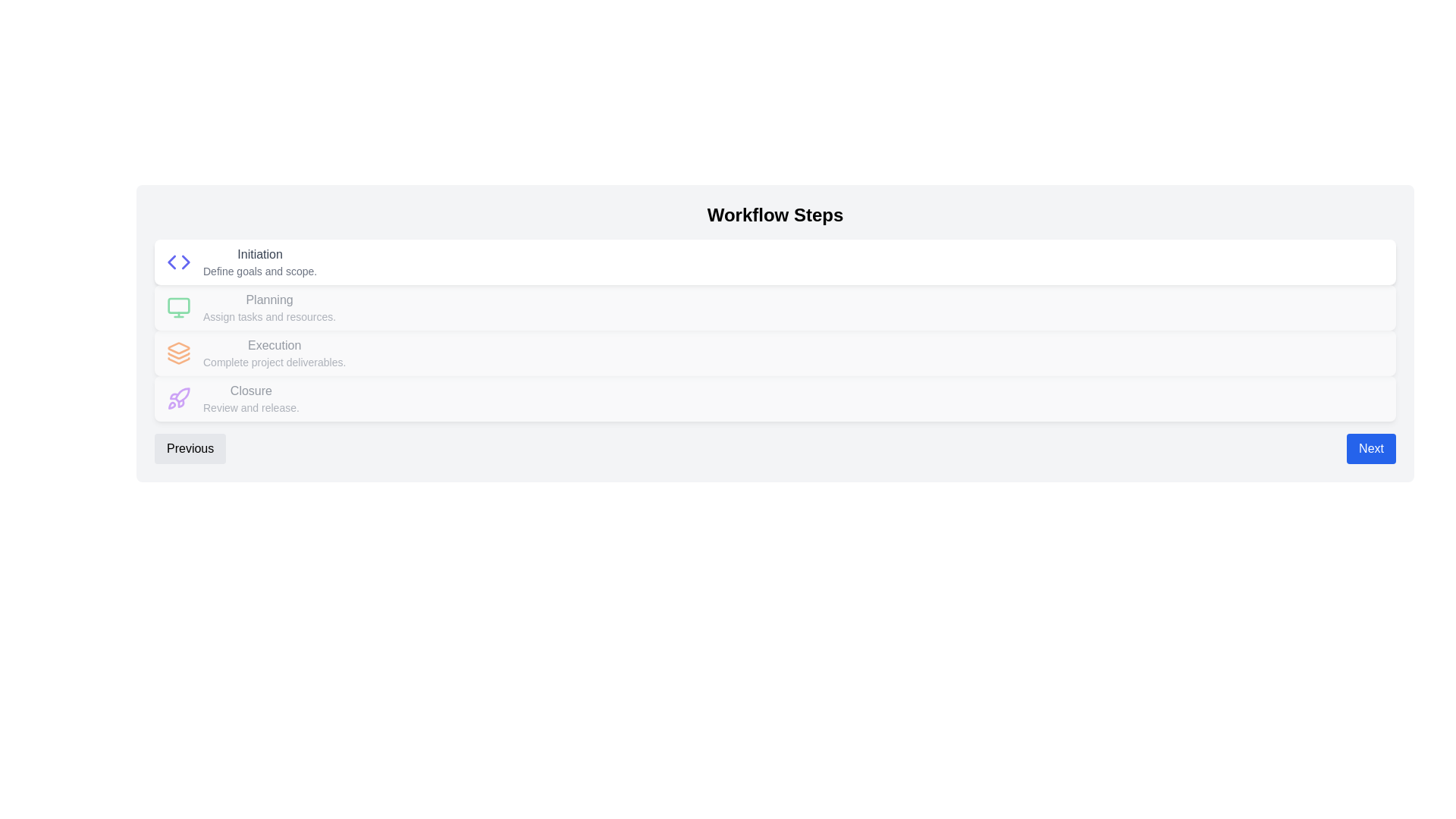 The height and width of the screenshot is (819, 1456). I want to click on text label displaying 'Define goals and scope.' located below the 'Initiation' step in the Workflow Steps interface, so click(260, 271).